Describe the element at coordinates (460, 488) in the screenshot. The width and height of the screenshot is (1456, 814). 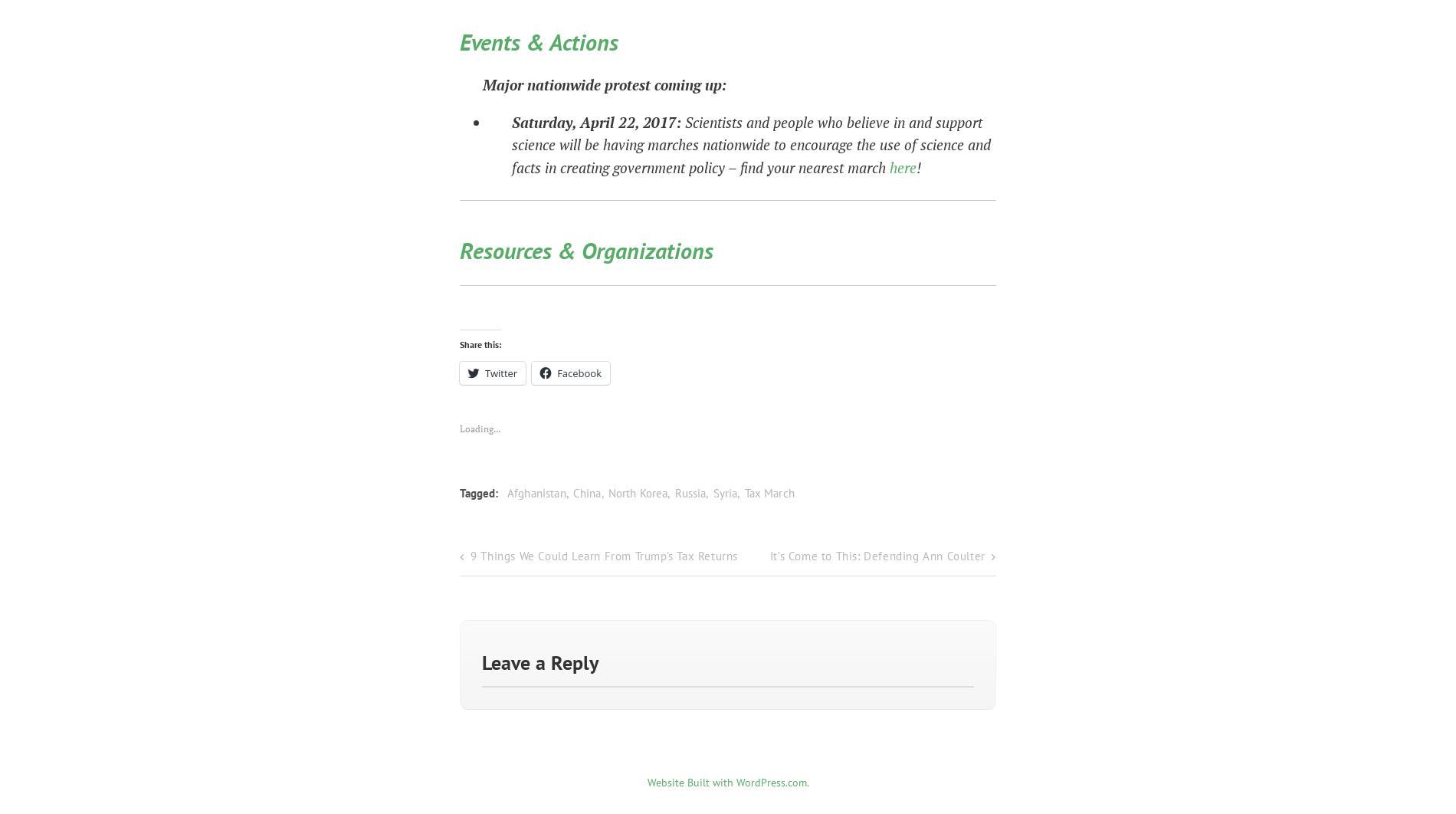
I see `'Tagged'` at that location.